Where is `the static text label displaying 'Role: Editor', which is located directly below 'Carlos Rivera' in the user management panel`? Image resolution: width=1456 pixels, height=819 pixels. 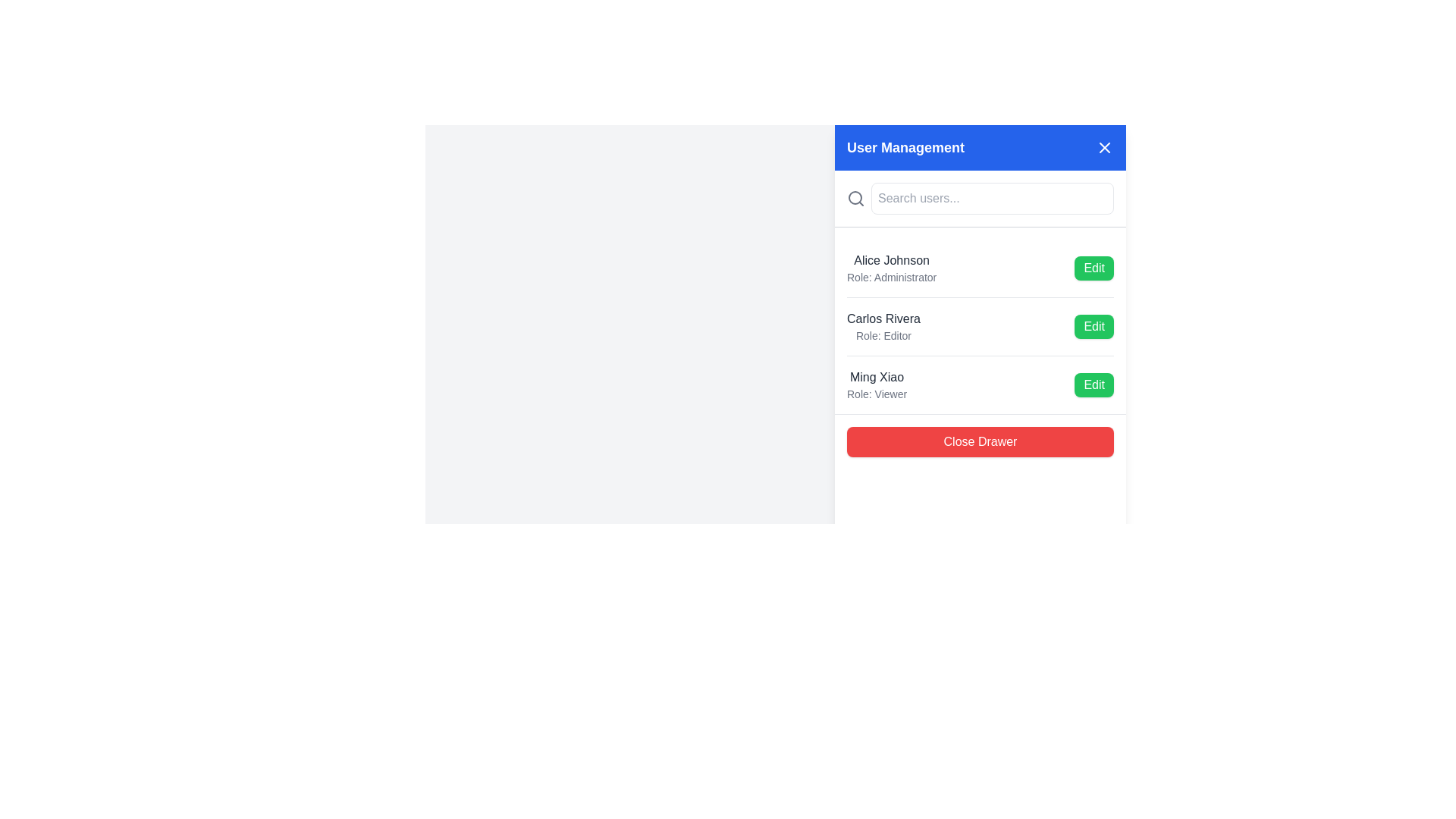 the static text label displaying 'Role: Editor', which is located directly below 'Carlos Rivera' in the user management panel is located at coordinates (883, 335).